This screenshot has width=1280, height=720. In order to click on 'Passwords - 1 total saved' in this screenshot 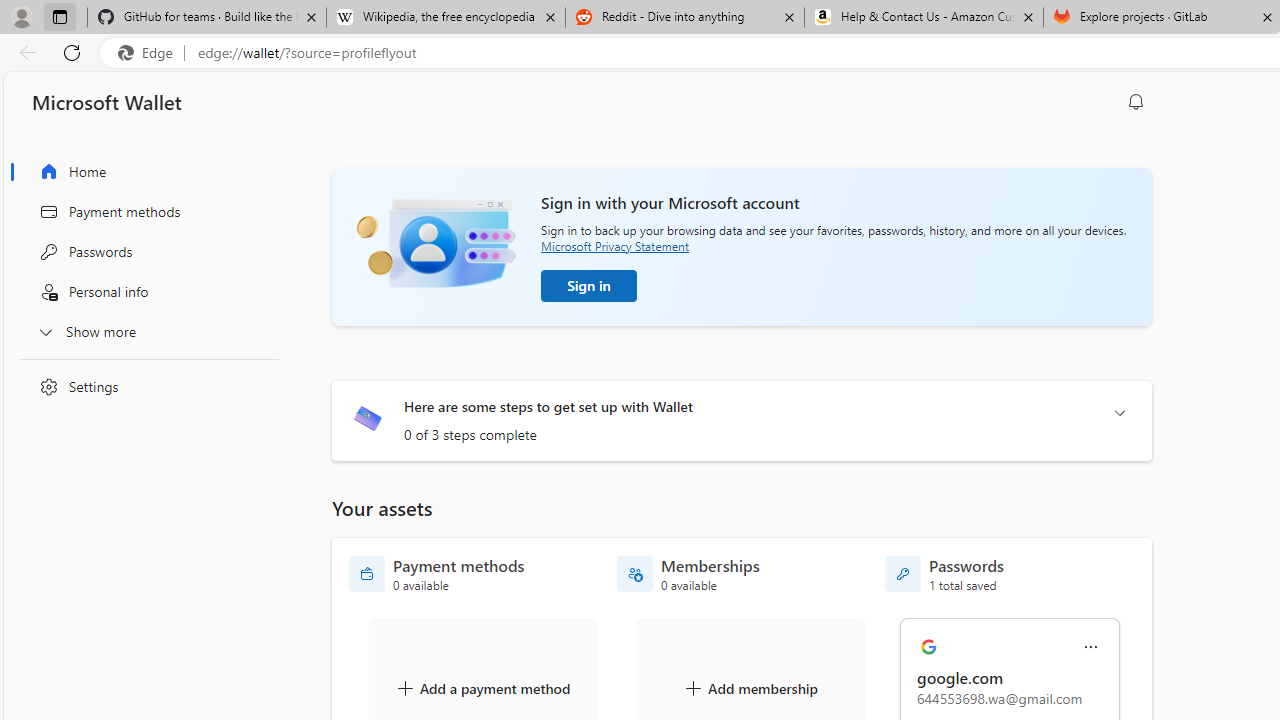, I will do `click(943, 574)`.